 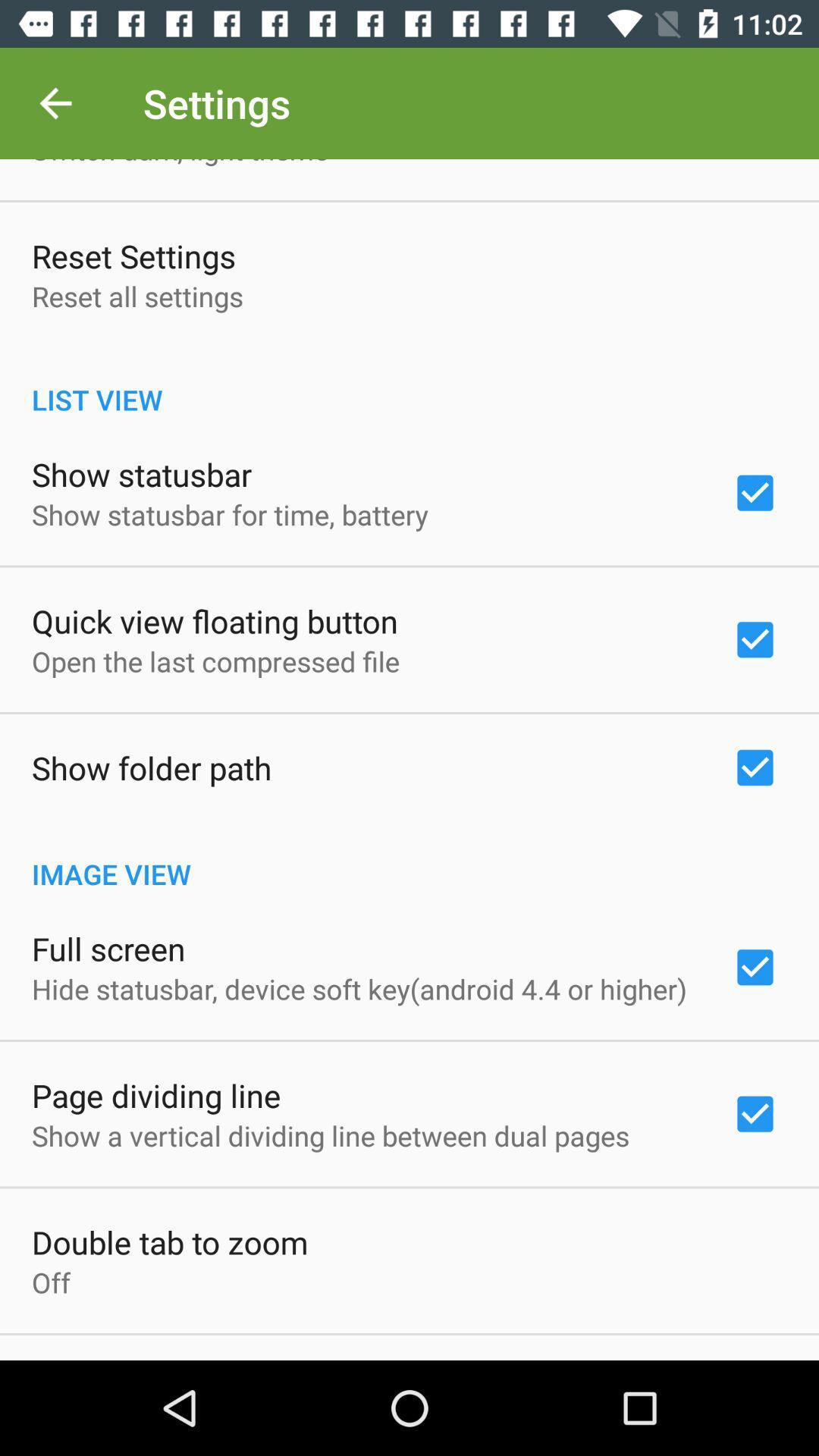 What do you see at coordinates (215, 621) in the screenshot?
I see `item below show statusbar for` at bounding box center [215, 621].